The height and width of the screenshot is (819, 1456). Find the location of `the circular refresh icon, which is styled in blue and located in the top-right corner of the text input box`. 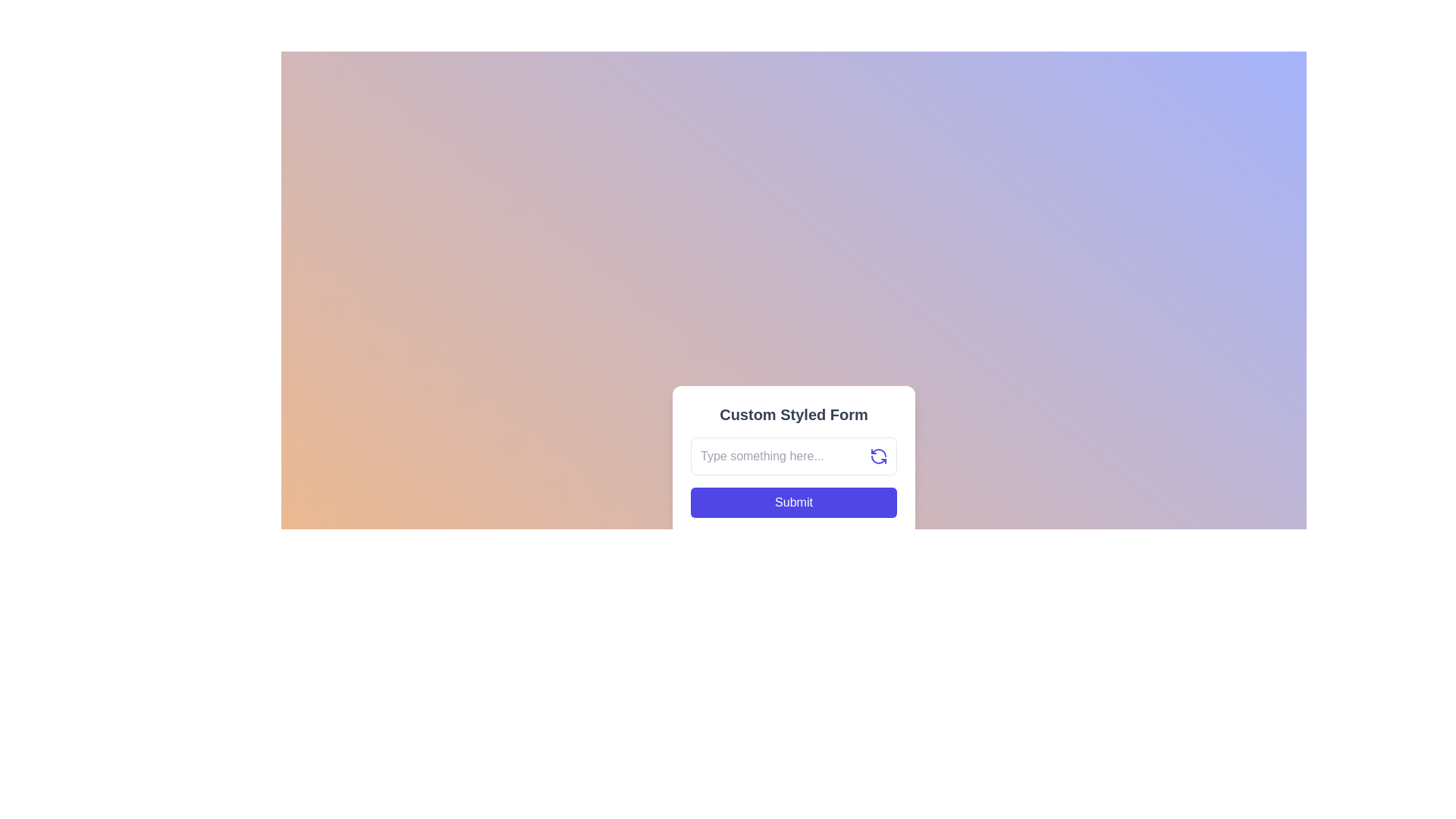

the circular refresh icon, which is styled in blue and located in the top-right corner of the text input box is located at coordinates (878, 455).